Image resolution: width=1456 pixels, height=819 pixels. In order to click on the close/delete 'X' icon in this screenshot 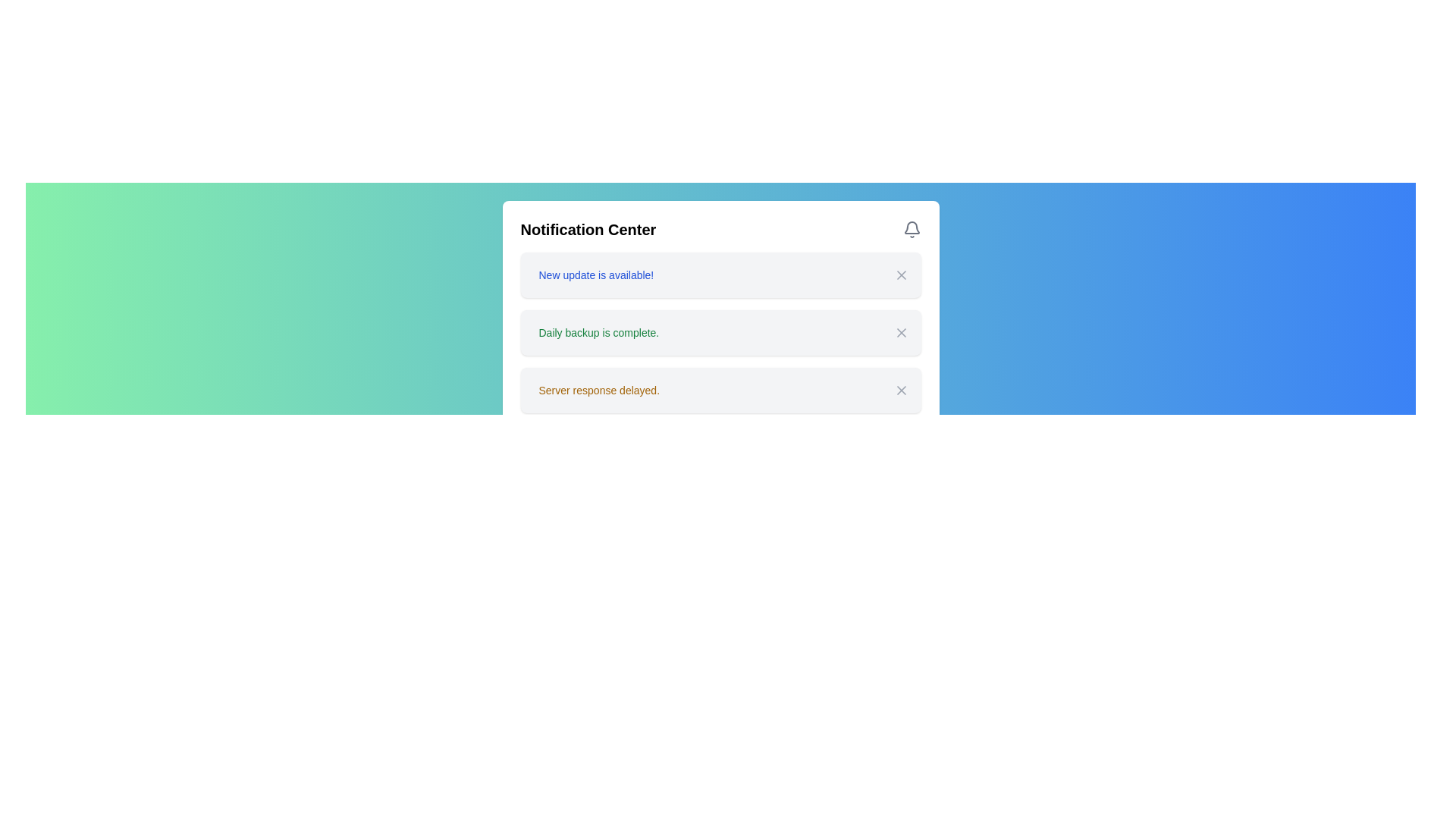, I will do `click(901, 275)`.